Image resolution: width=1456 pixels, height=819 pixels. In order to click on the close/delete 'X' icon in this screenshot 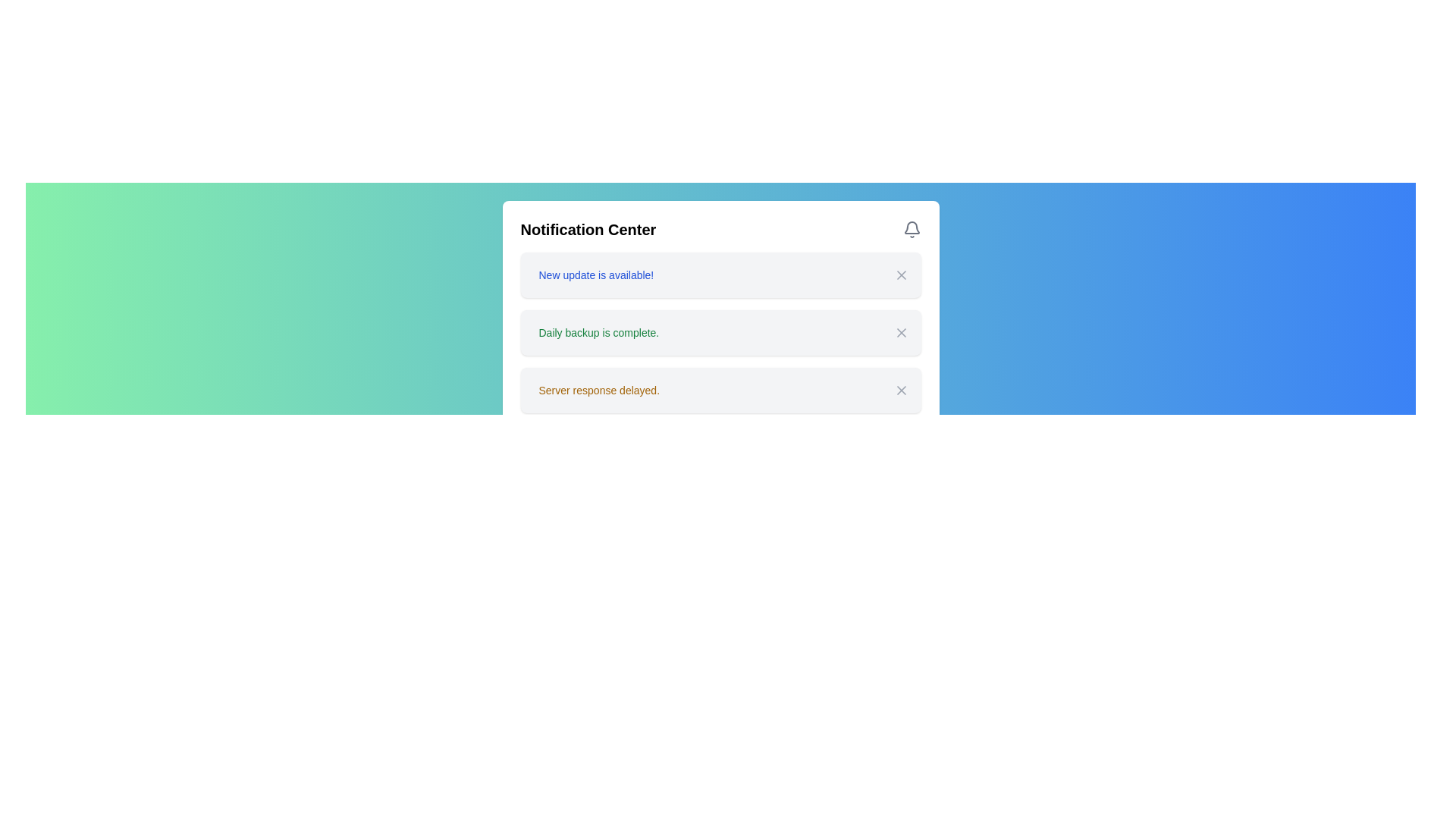, I will do `click(901, 275)`.